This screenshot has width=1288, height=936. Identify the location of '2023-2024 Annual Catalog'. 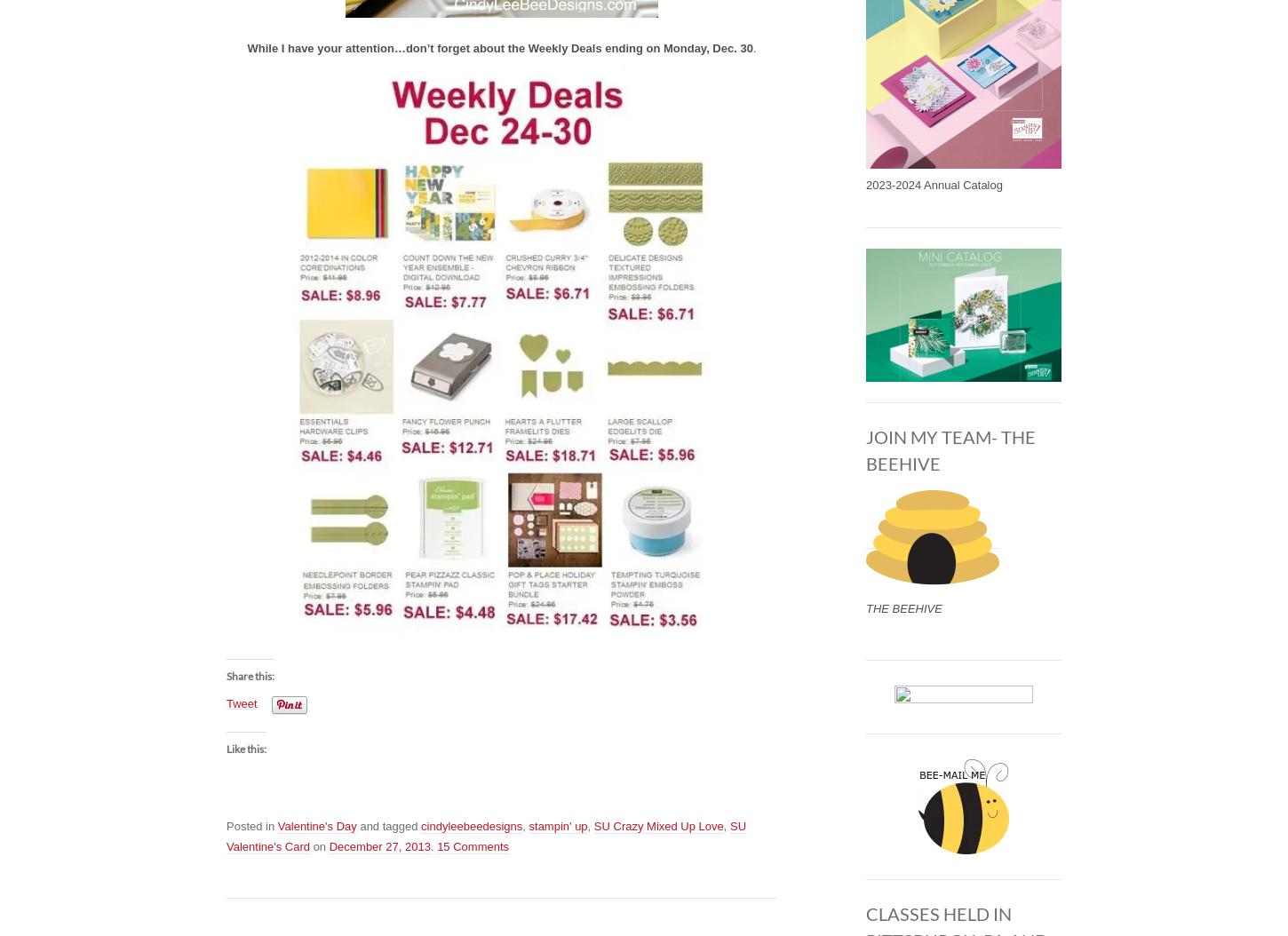
(865, 183).